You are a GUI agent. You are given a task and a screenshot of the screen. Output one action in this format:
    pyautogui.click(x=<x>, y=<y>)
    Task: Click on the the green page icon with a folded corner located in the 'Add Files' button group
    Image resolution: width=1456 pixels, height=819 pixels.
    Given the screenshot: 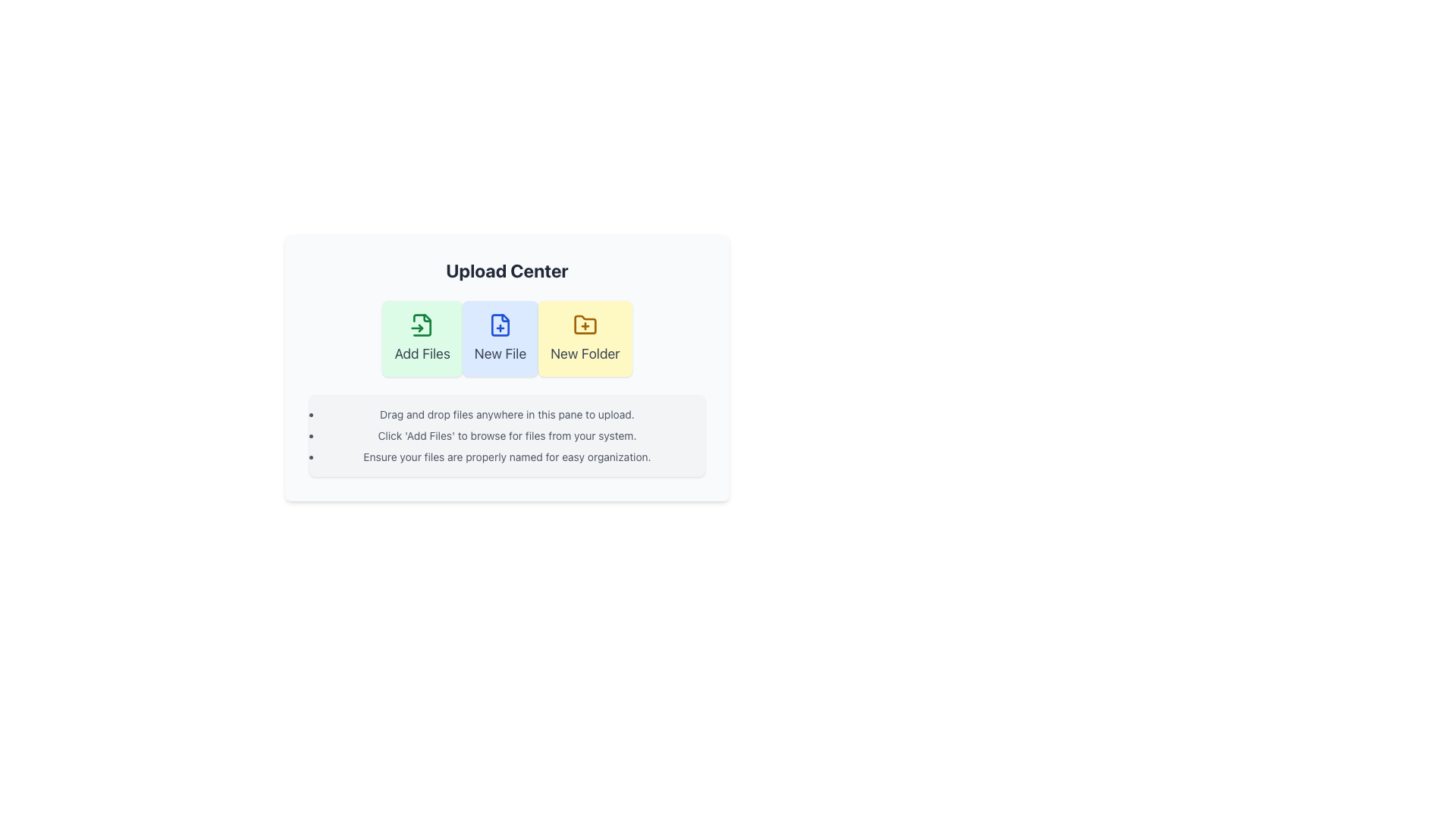 What is the action you would take?
    pyautogui.click(x=422, y=324)
    